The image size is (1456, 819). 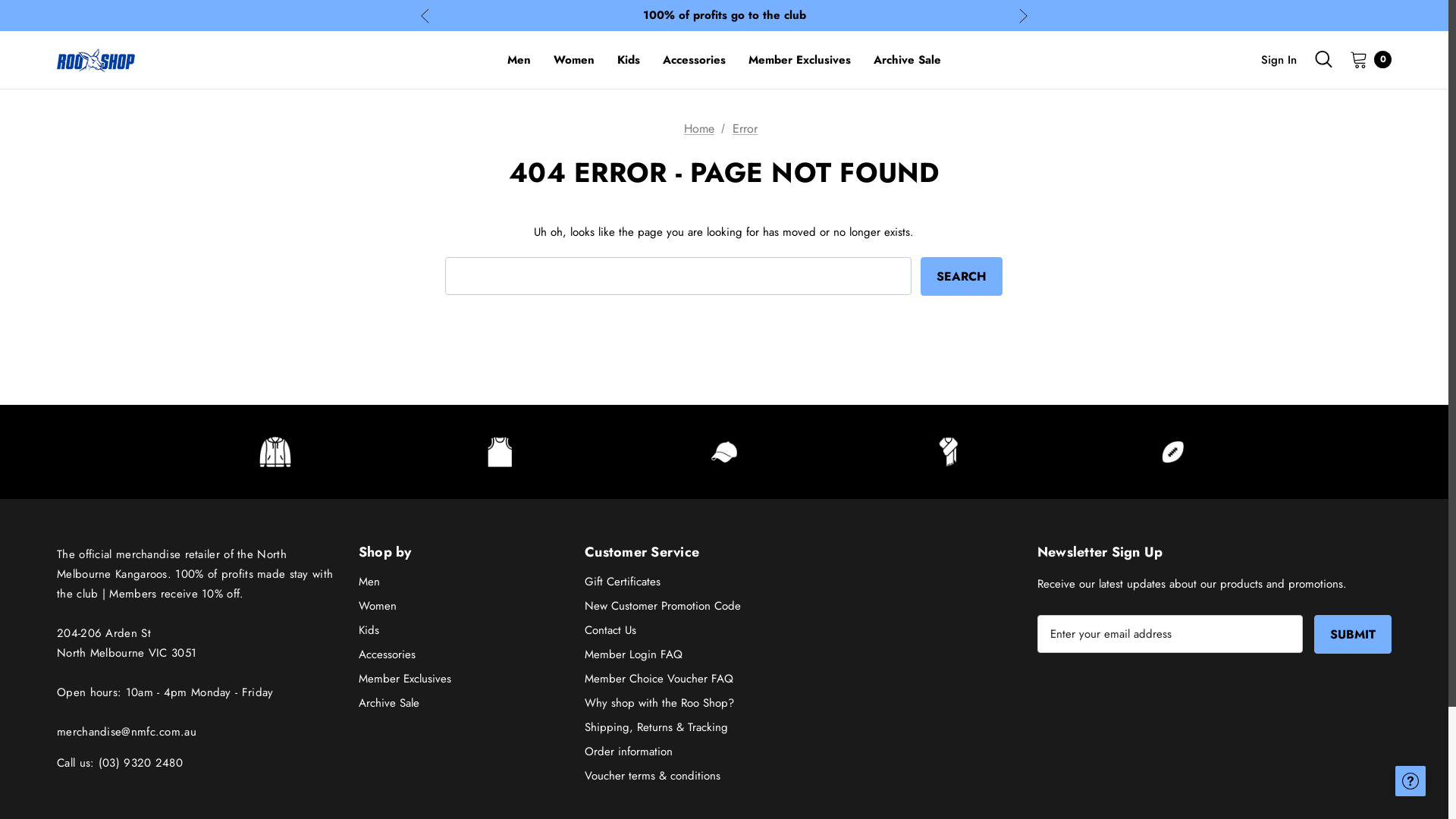 I want to click on 'Next', so click(x=1023, y=15).